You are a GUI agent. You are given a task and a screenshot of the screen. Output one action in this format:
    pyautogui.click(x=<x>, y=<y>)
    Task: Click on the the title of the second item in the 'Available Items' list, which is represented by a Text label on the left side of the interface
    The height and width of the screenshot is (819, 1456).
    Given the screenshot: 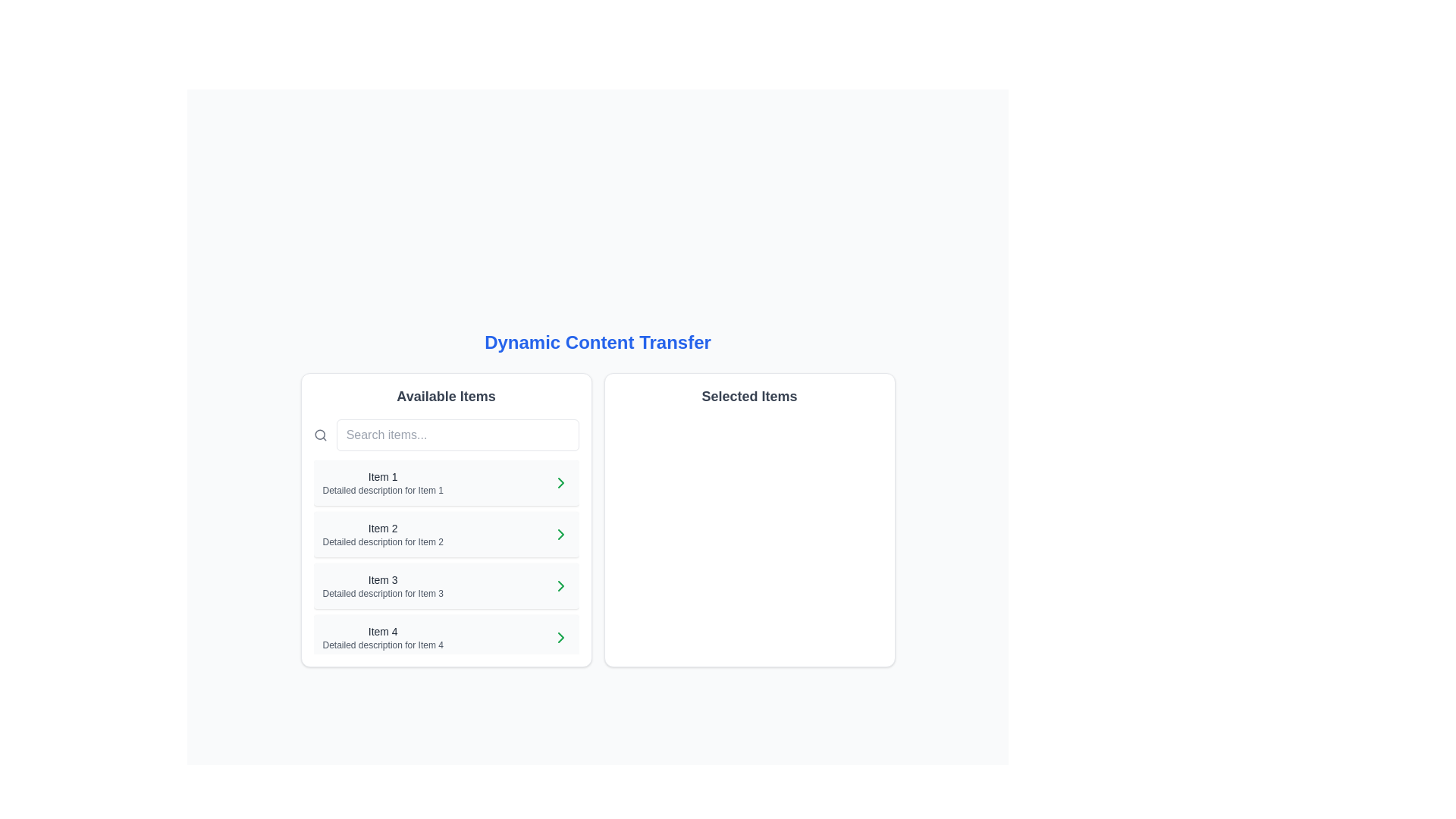 What is the action you would take?
    pyautogui.click(x=383, y=528)
    